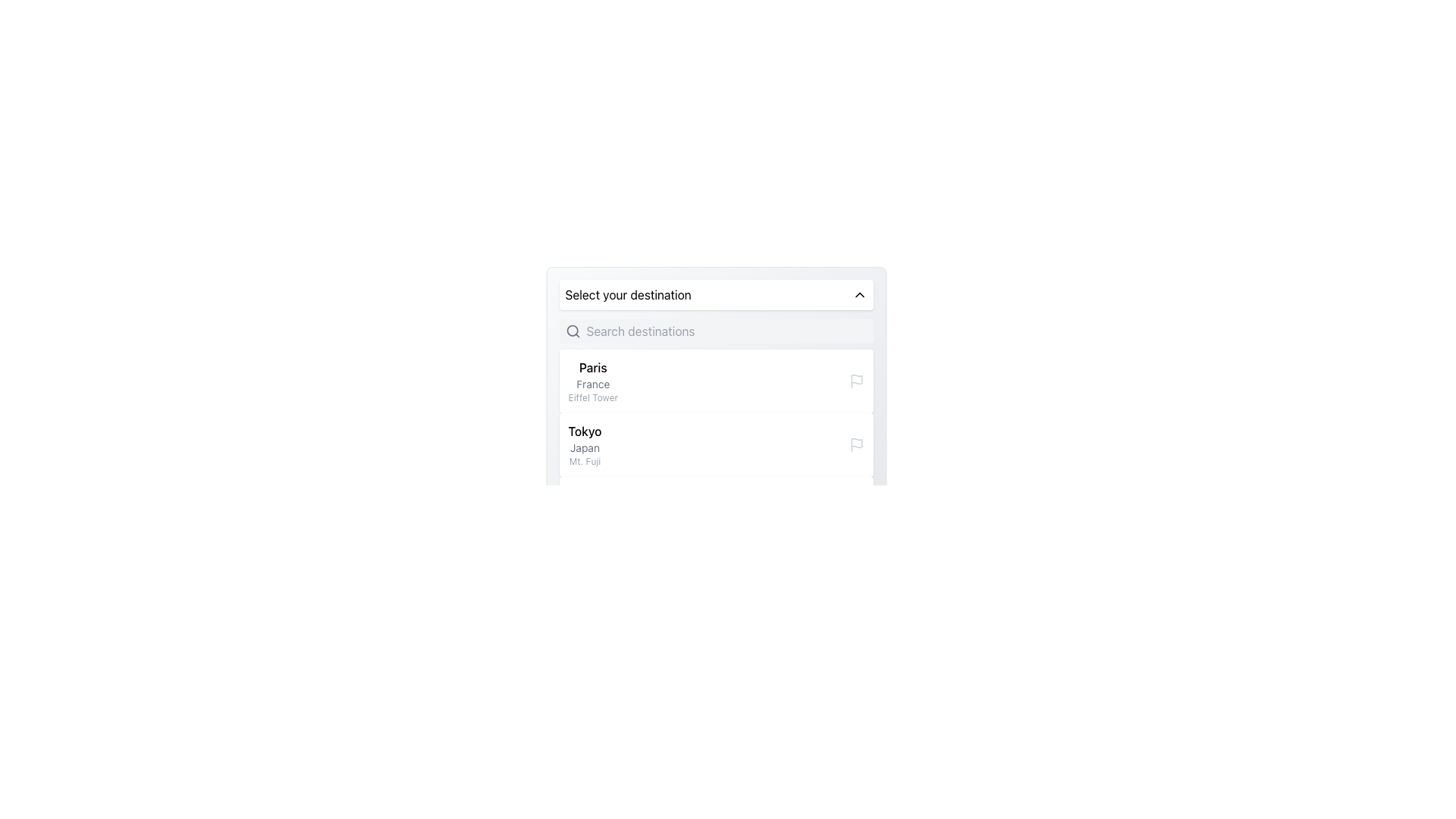  Describe the element at coordinates (856, 378) in the screenshot. I see `the flag icon located to the right of the text details 'Paris, France' in the list of destinations` at that location.